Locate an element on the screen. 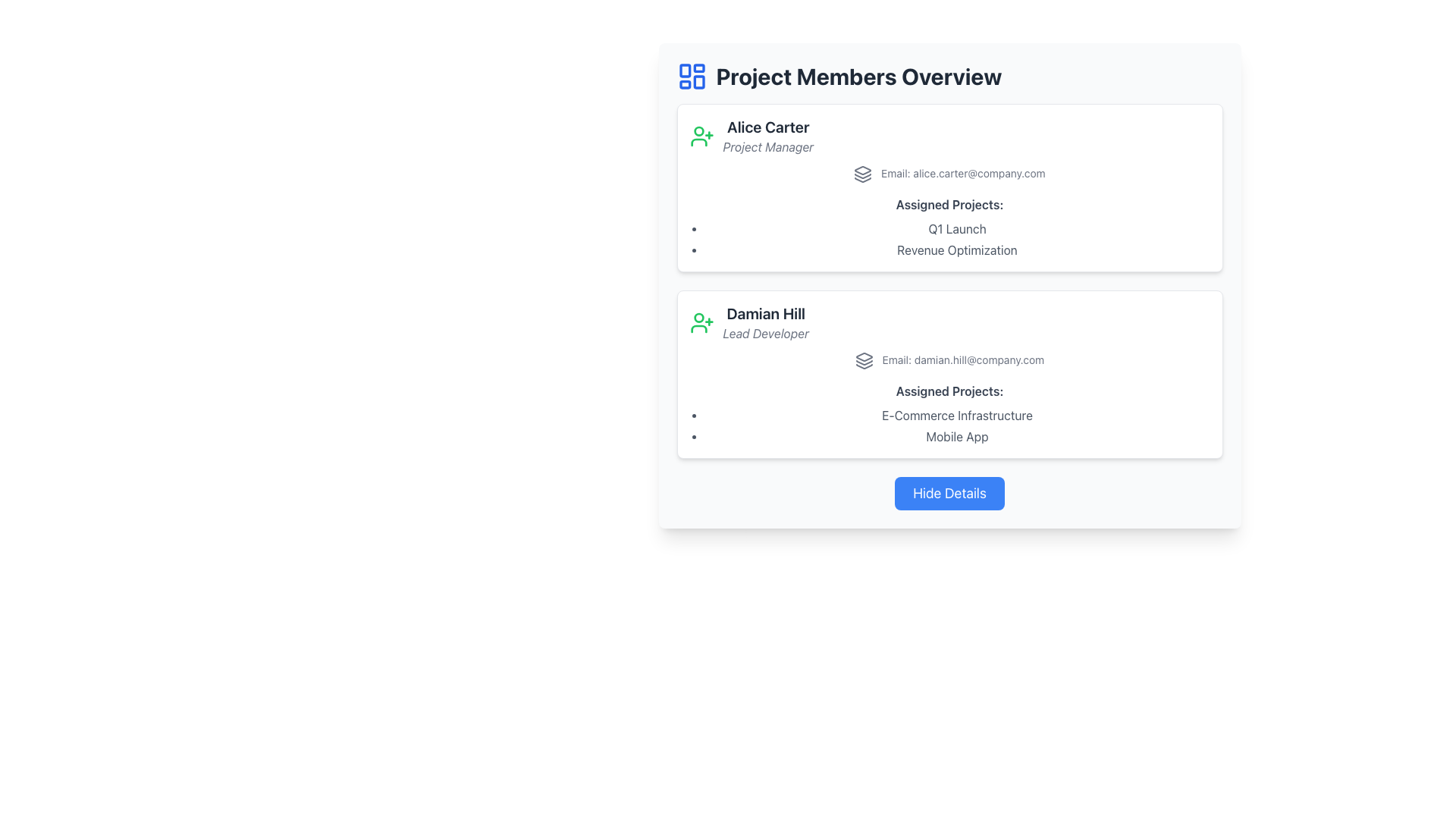 The image size is (1456, 819). the user management SVG icon located to the left of Alice Carter's name and role text is located at coordinates (701, 136).